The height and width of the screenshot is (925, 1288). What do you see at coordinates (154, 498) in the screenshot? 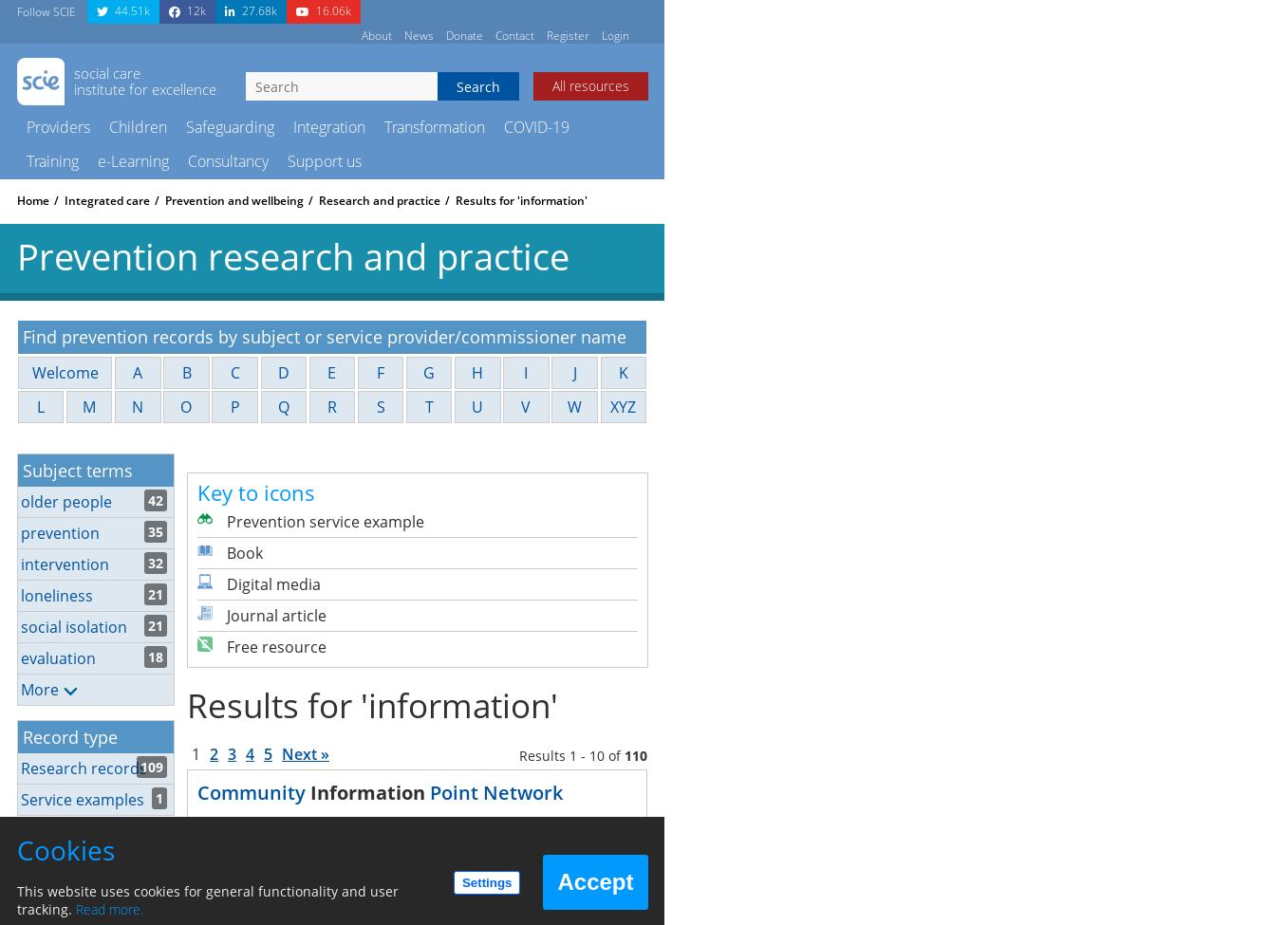
I see `'42'` at bounding box center [154, 498].